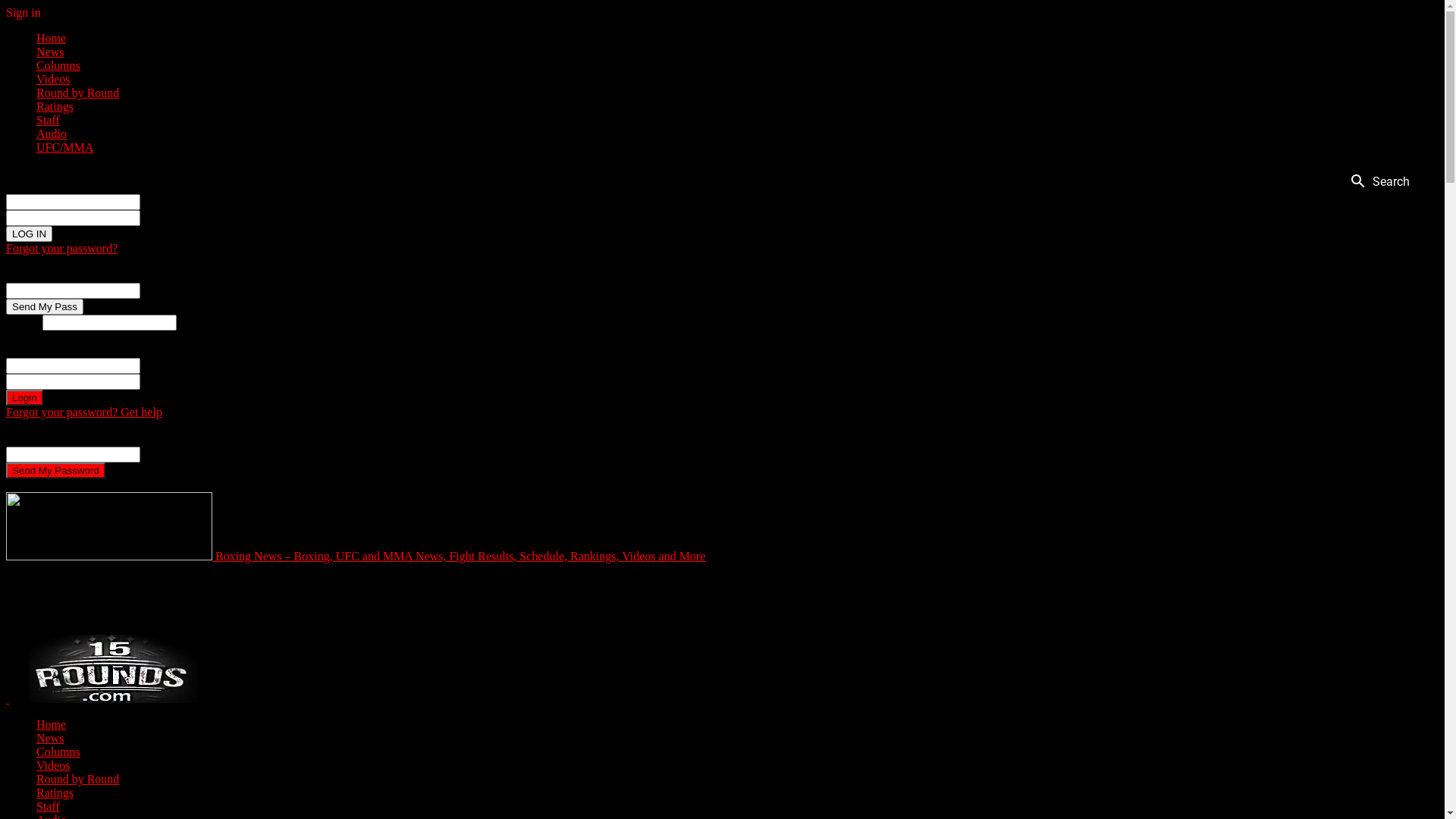  I want to click on 'Columns', so click(58, 64).